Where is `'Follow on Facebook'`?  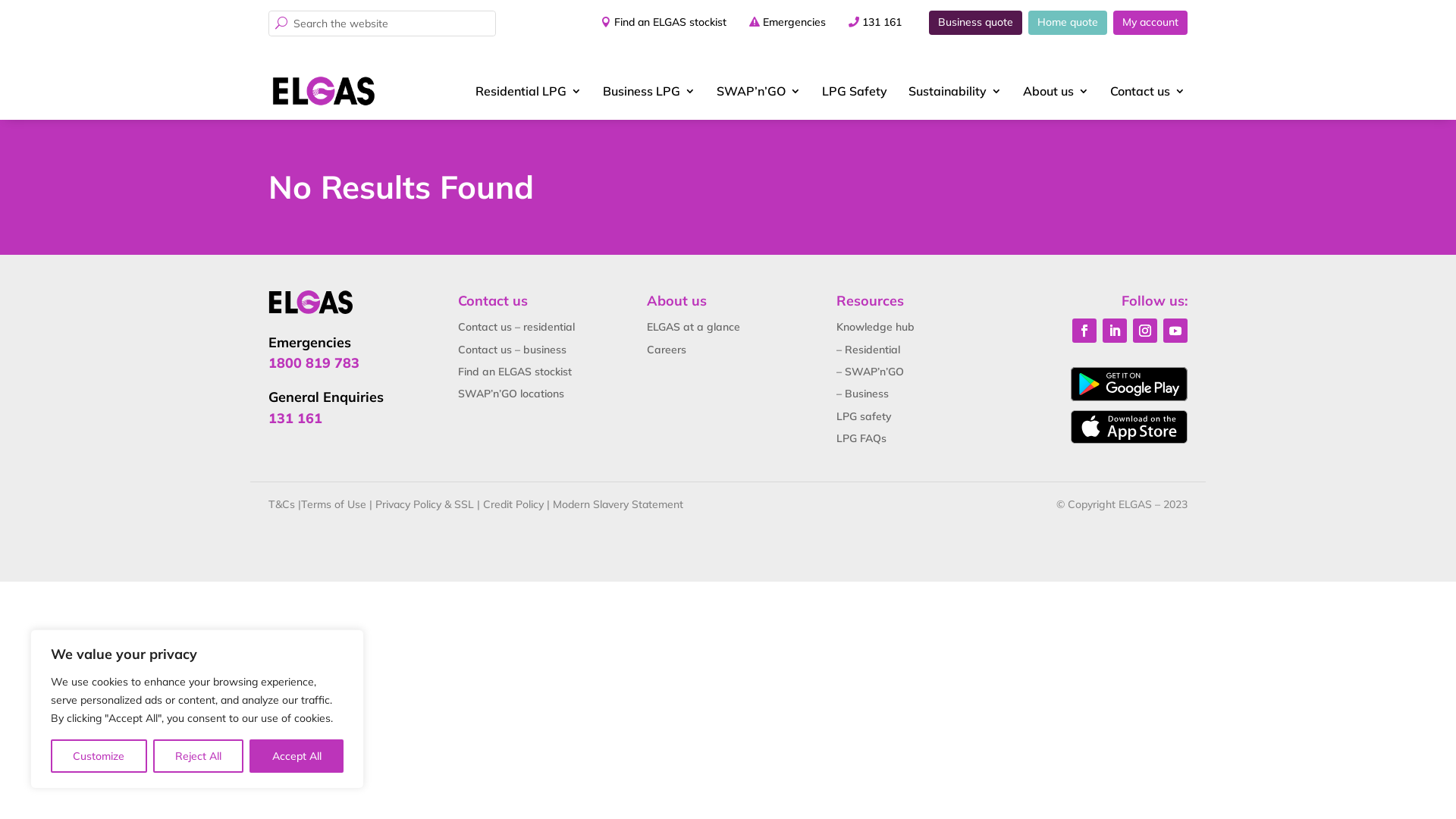
'Follow on Facebook' is located at coordinates (1084, 329).